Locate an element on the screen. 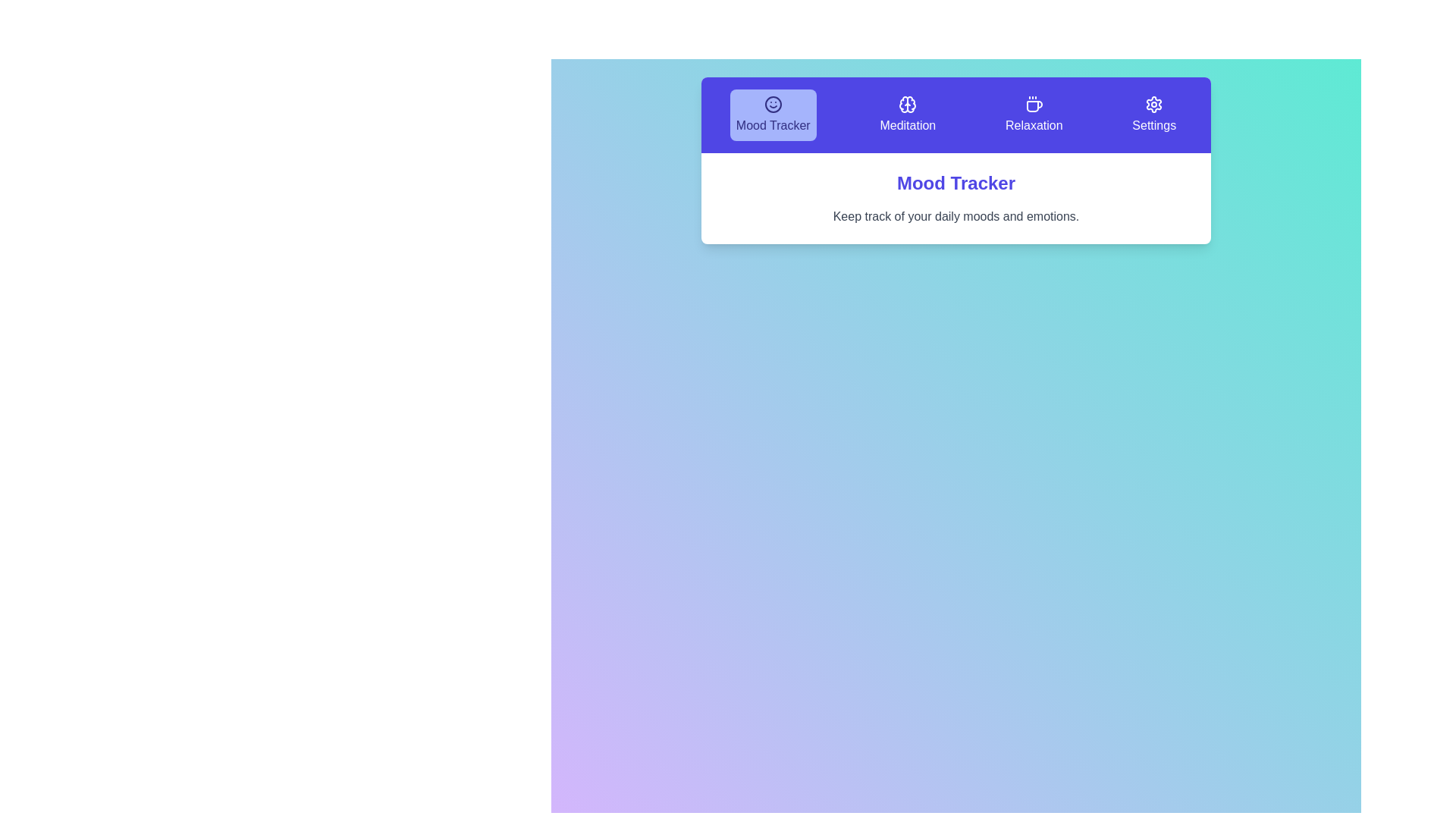  the first button in the navigation bar that redirects to the 'Mood Tracker' page is located at coordinates (773, 114).